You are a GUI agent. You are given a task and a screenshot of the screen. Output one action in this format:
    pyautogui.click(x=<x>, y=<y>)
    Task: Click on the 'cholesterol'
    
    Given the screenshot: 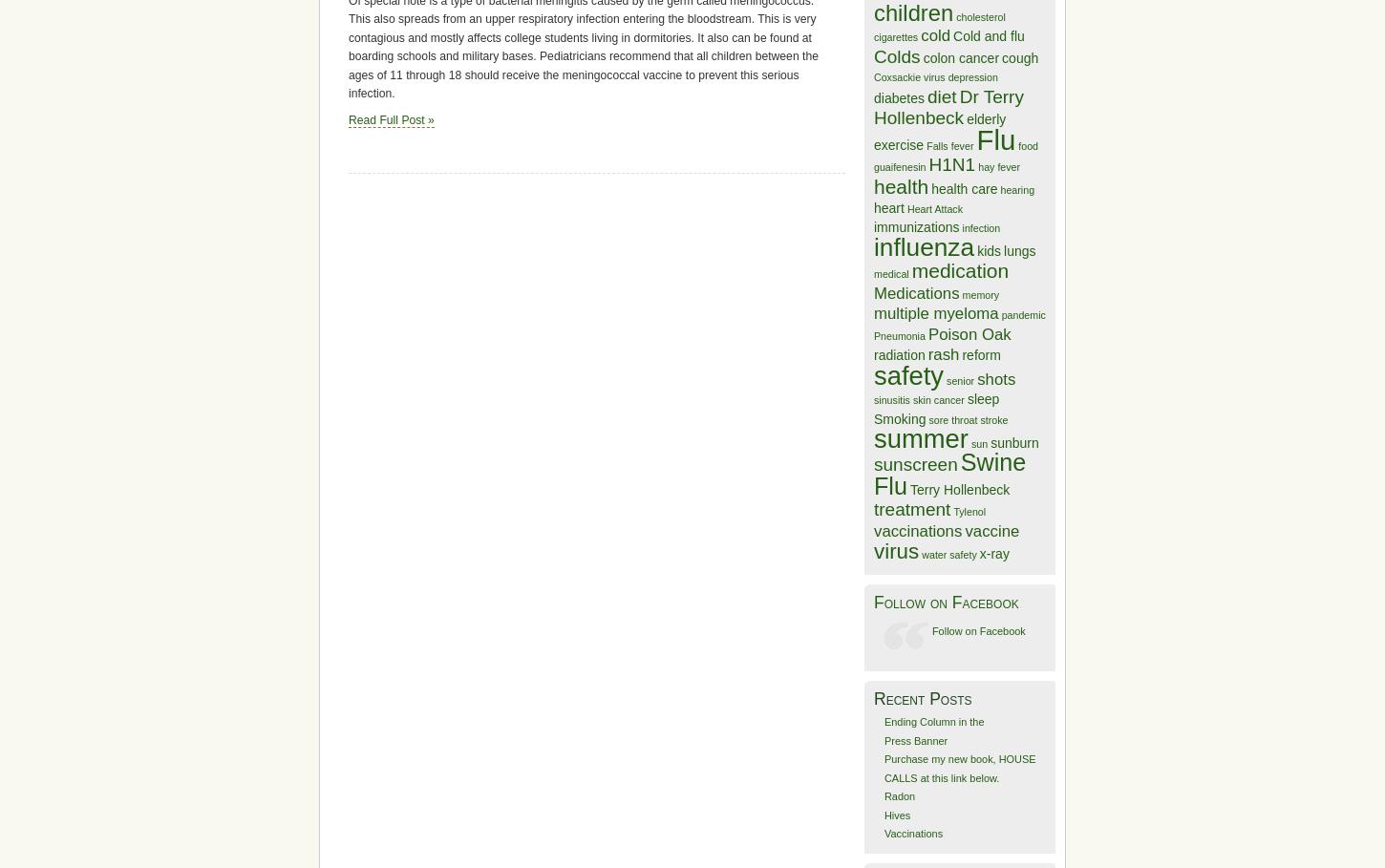 What is the action you would take?
    pyautogui.click(x=980, y=14)
    